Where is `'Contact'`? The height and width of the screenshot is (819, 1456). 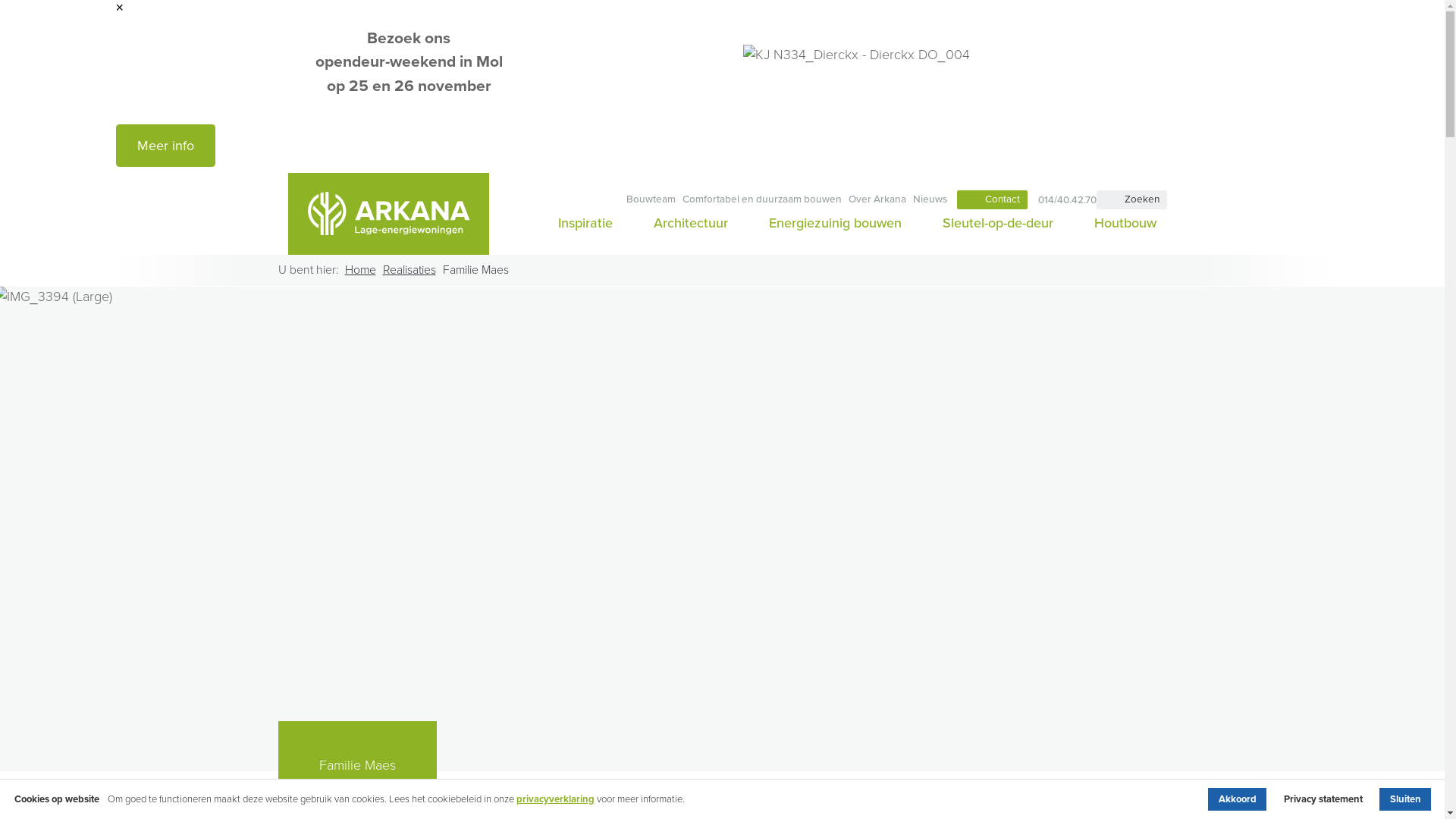
'Contact' is located at coordinates (956, 199).